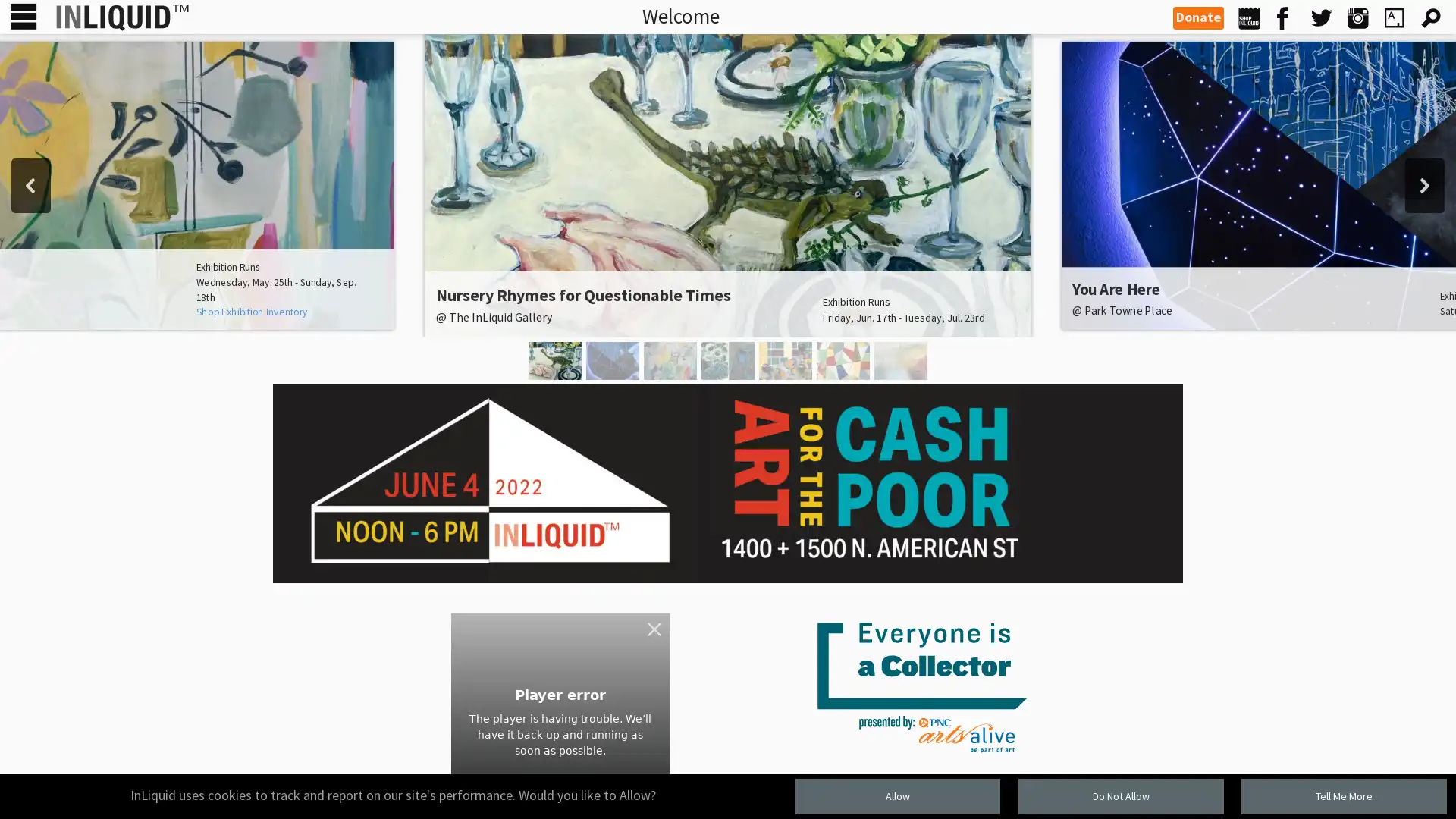  I want to click on next arrow, so click(1423, 185).